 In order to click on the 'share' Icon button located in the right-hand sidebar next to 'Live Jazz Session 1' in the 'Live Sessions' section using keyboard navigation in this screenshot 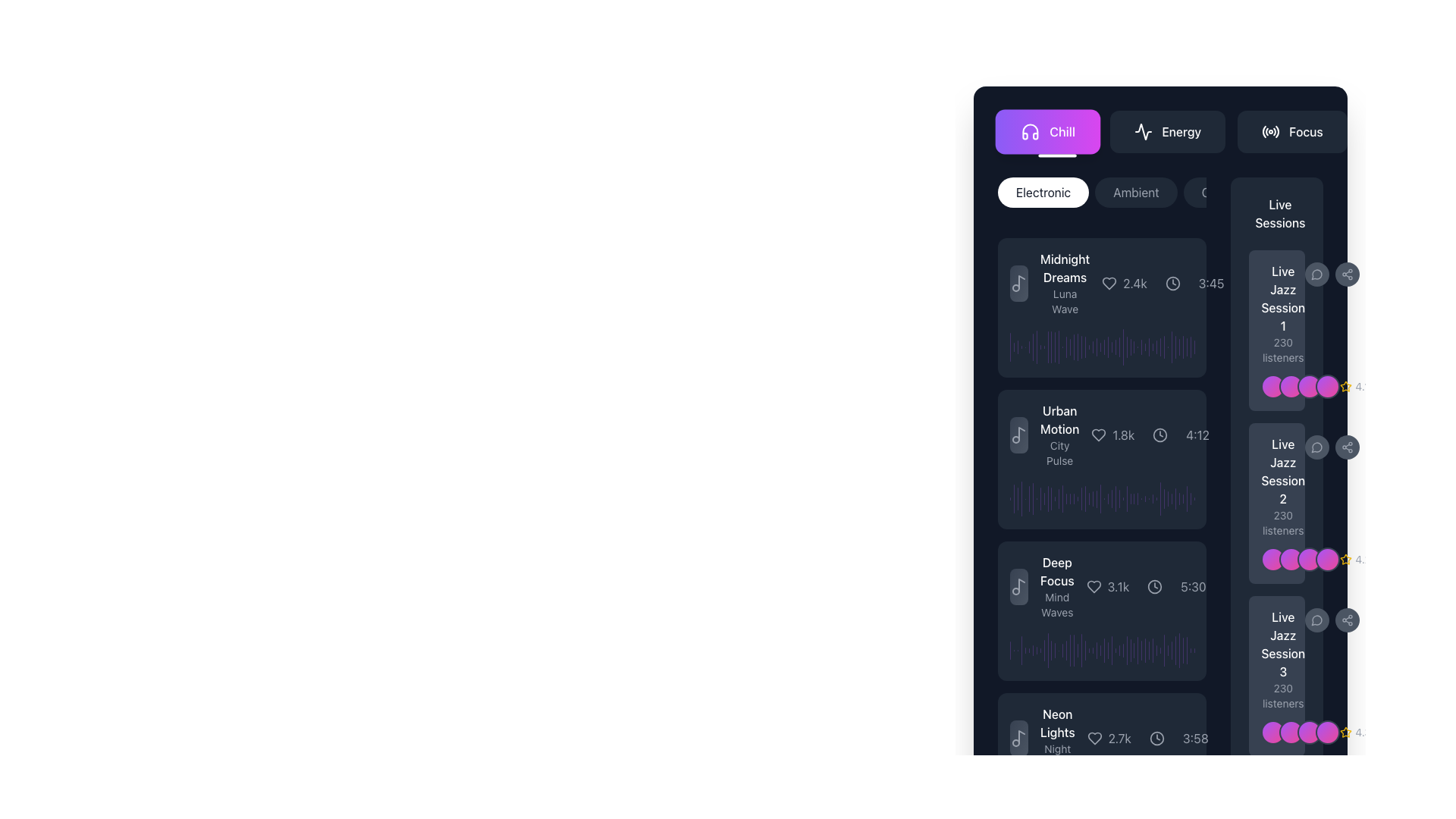, I will do `click(1348, 447)`.